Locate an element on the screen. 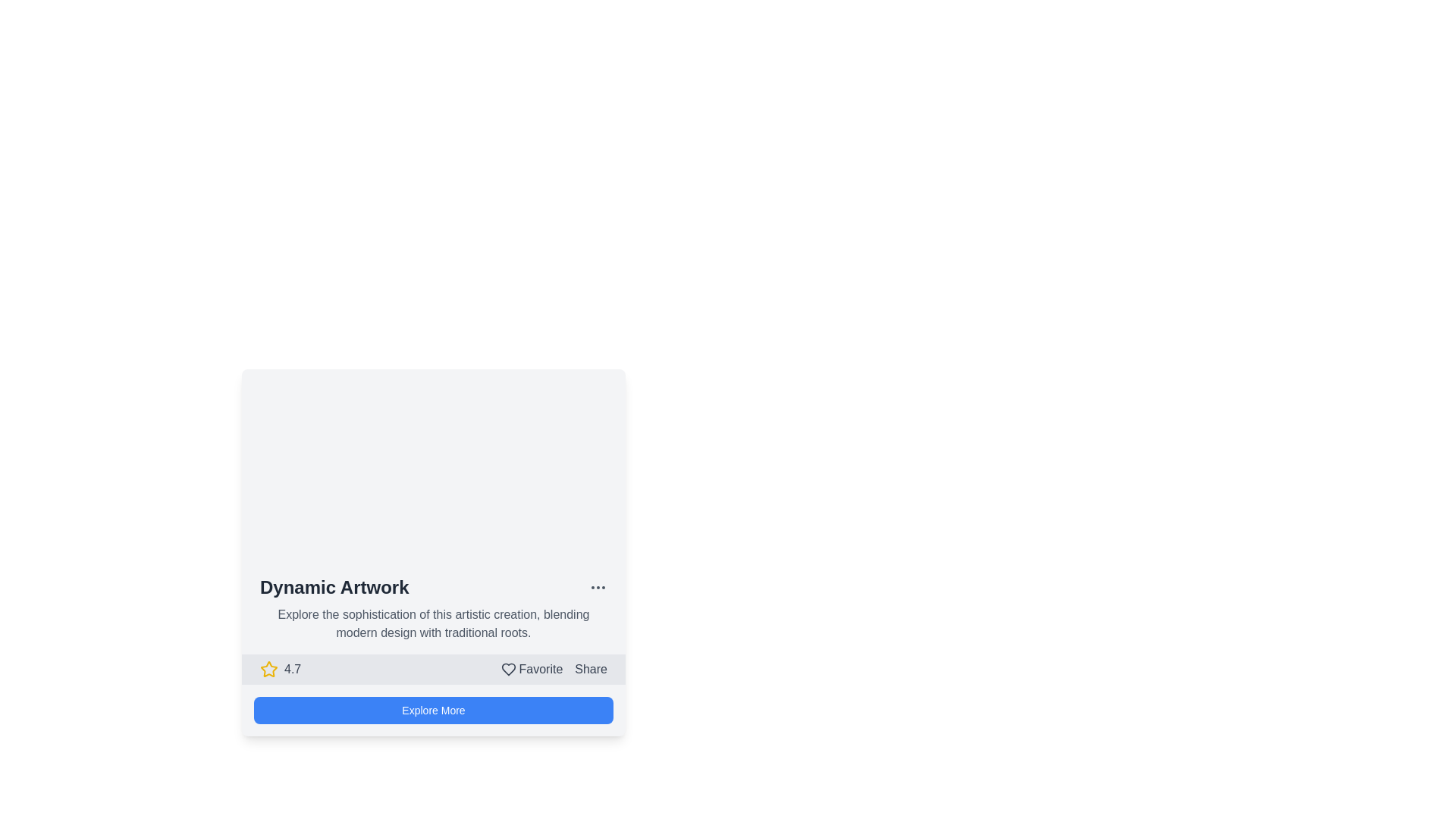 The image size is (1456, 819). the 'Favorite' button, which features a heart-shaped icon and text in gray that turns red on hover, located below the main content card is located at coordinates (532, 669).